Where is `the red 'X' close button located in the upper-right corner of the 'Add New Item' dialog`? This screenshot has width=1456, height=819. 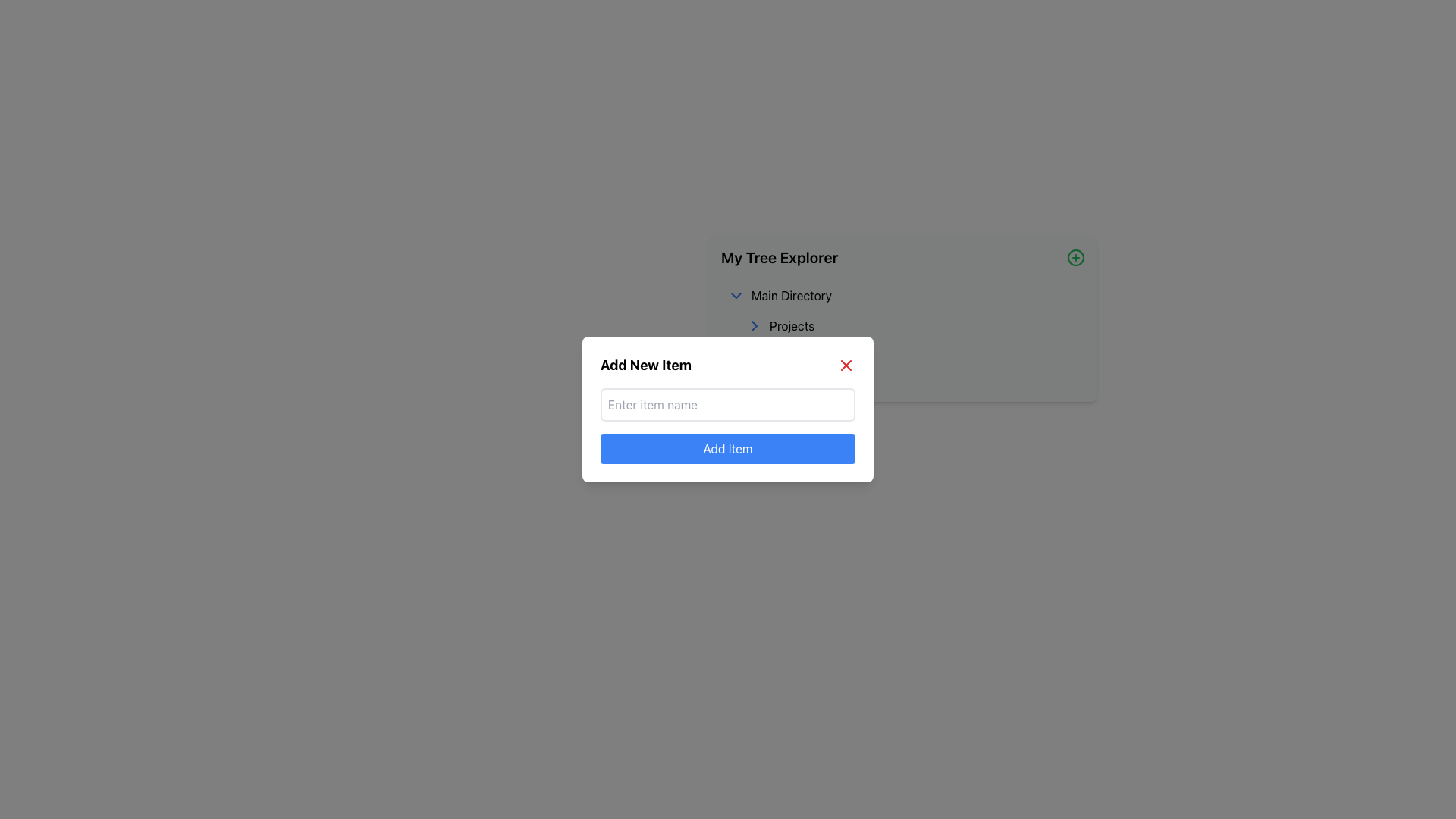
the red 'X' close button located in the upper-right corner of the 'Add New Item' dialog is located at coordinates (846, 366).